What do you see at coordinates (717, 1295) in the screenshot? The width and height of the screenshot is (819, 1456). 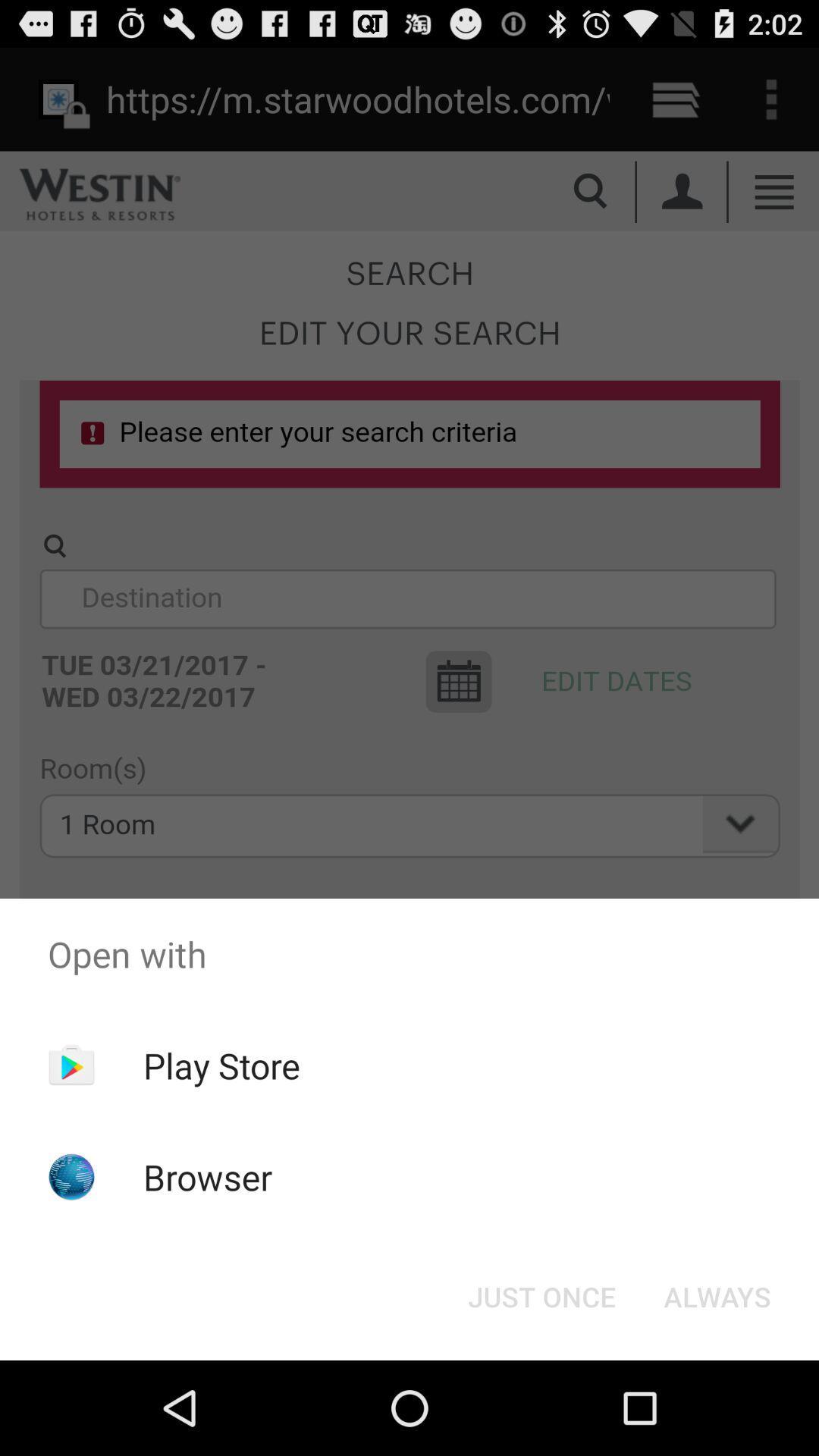 I see `the always button` at bounding box center [717, 1295].